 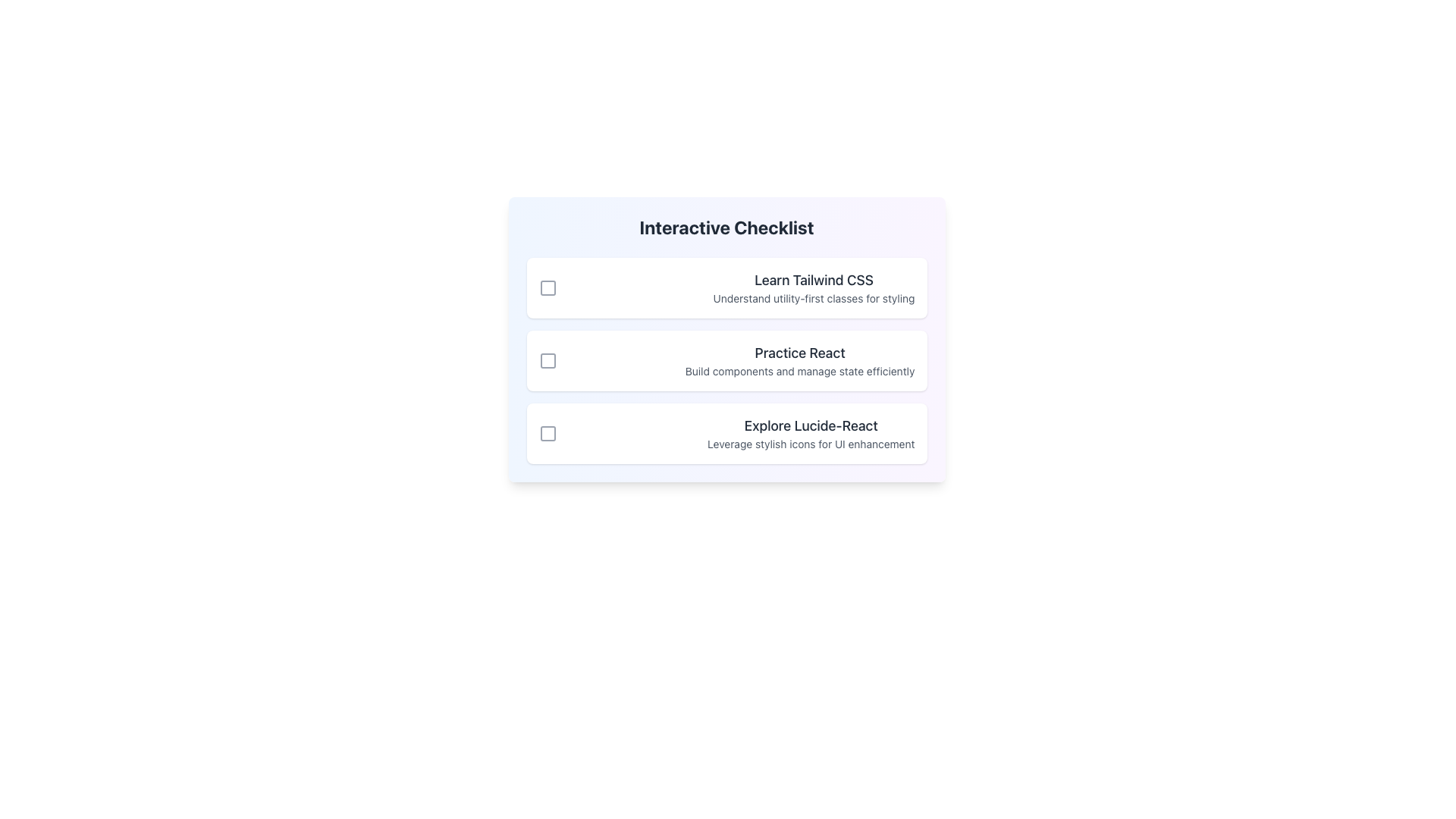 I want to click on the text label that reads 'Understand utility-first classes for styling', which is styled with a smaller font size and gray coloring, located immediately below the main title 'Learn Tailwind CSS', so click(x=813, y=298).